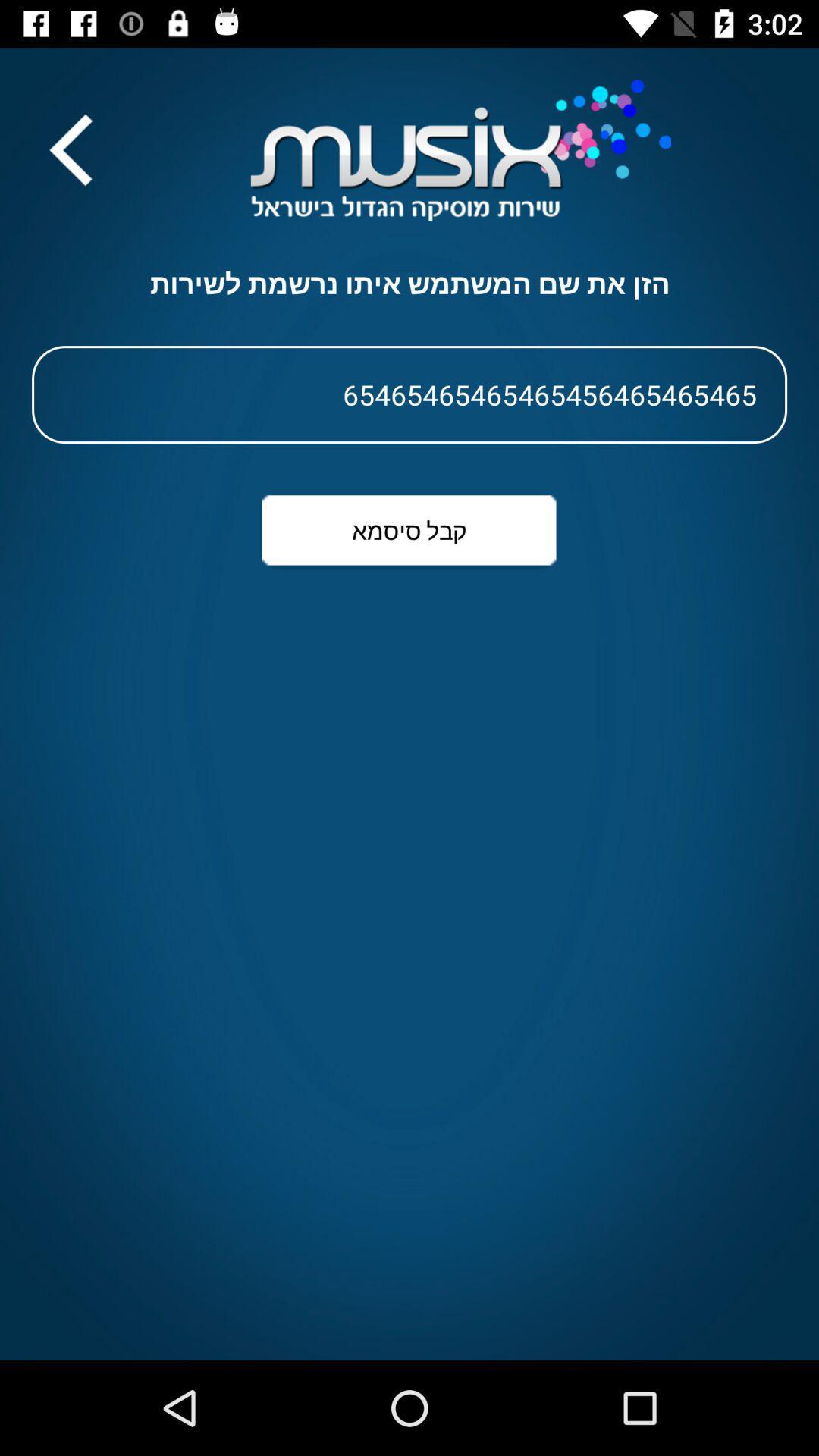 The image size is (819, 1456). What do you see at coordinates (71, 149) in the screenshot?
I see `the arrow_backward icon` at bounding box center [71, 149].